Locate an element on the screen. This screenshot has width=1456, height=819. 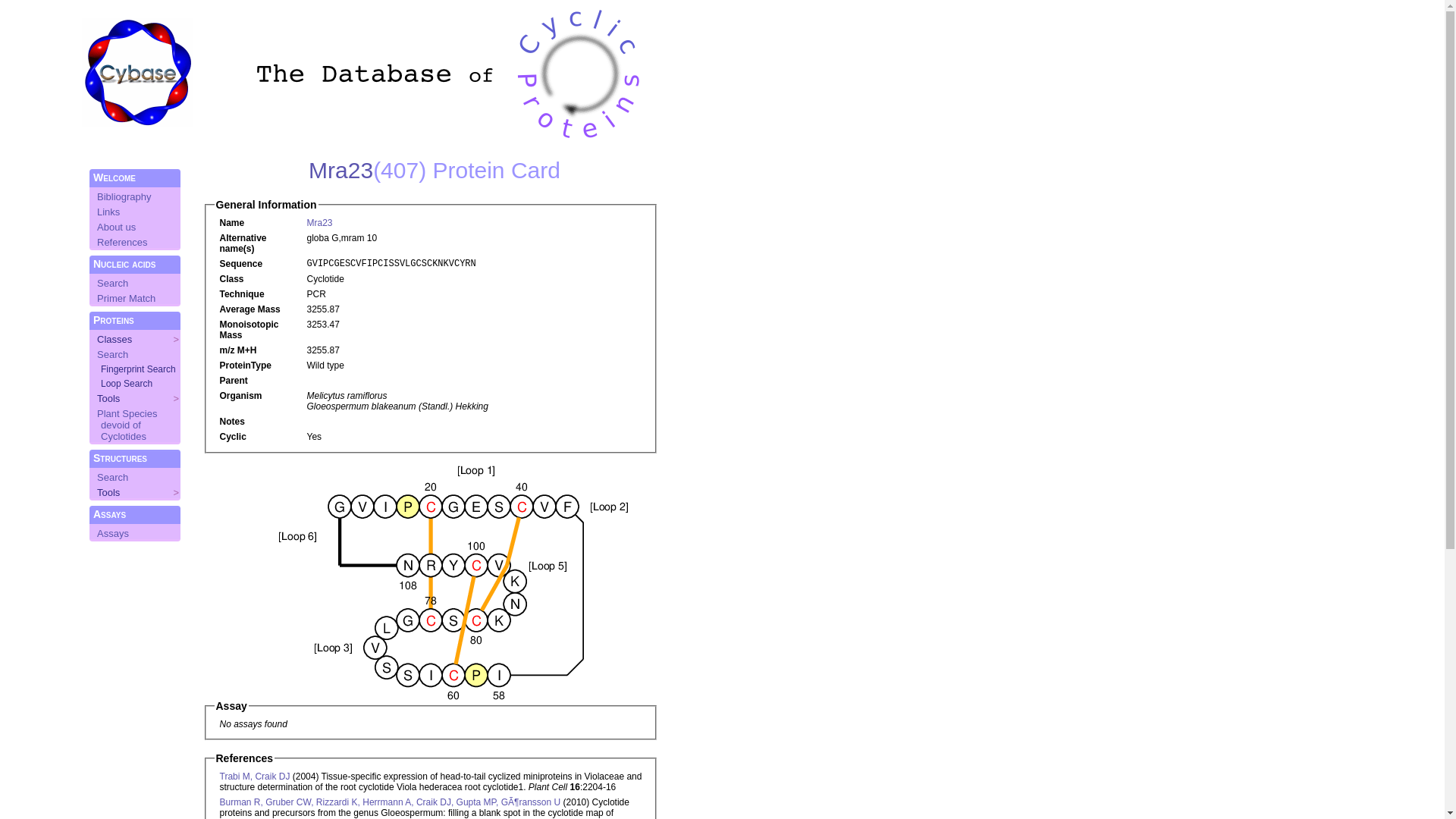
'Fingerprint Search' is located at coordinates (100, 369).